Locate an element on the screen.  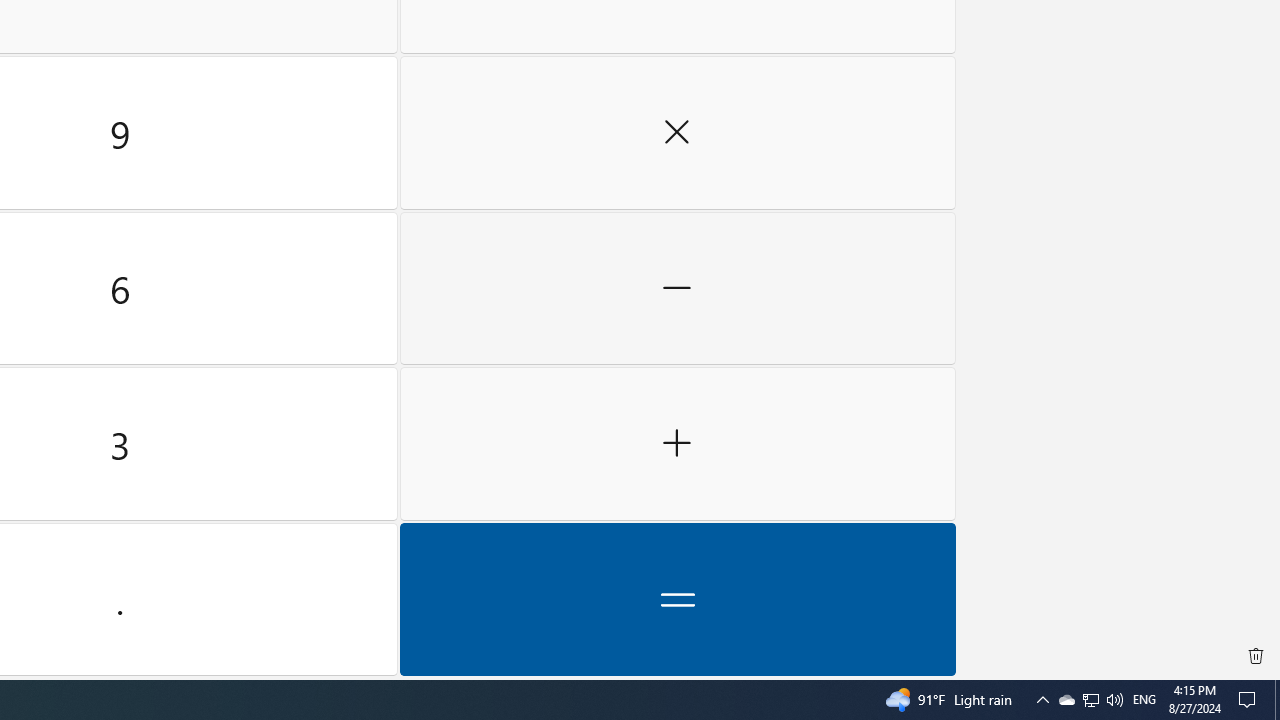
'Equals' is located at coordinates (677, 598).